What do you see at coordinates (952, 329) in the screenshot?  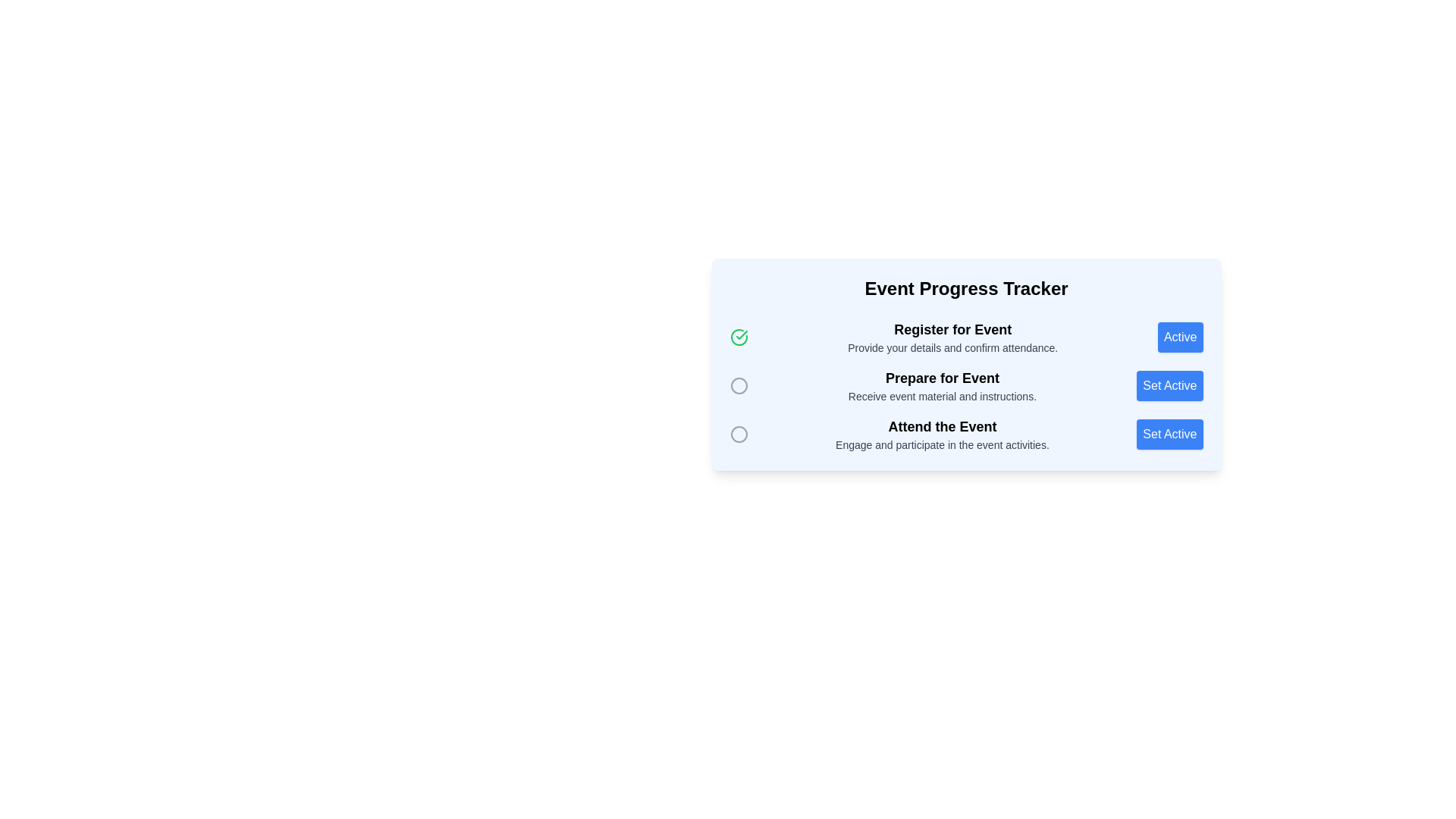 I see `the Text header that serves as a descriptive header for the section, positioned near the top-left corner and centrally aligned within its list-like structure` at bounding box center [952, 329].